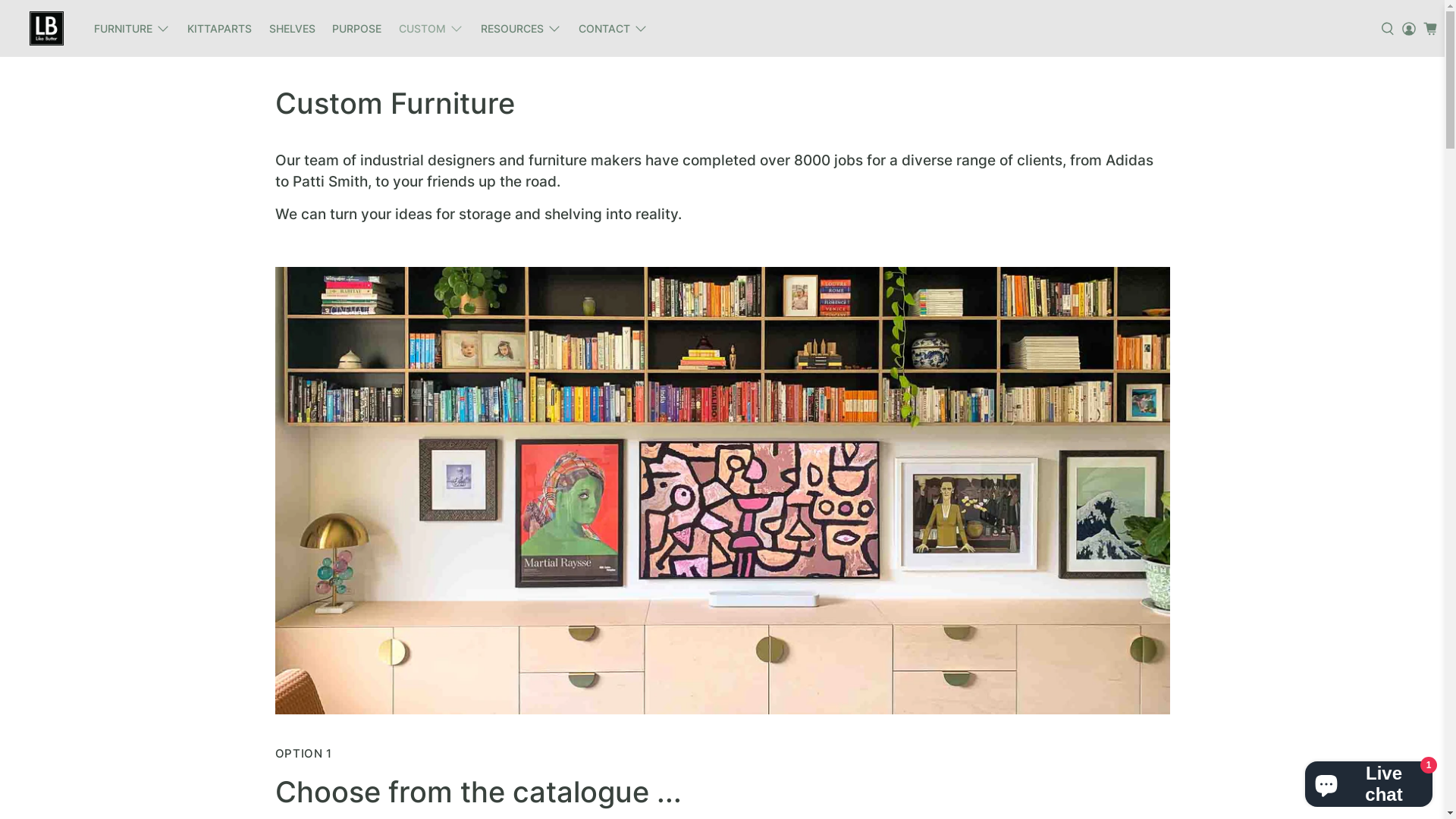 This screenshot has height=819, width=1456. I want to click on 'CONTACT', so click(613, 28).